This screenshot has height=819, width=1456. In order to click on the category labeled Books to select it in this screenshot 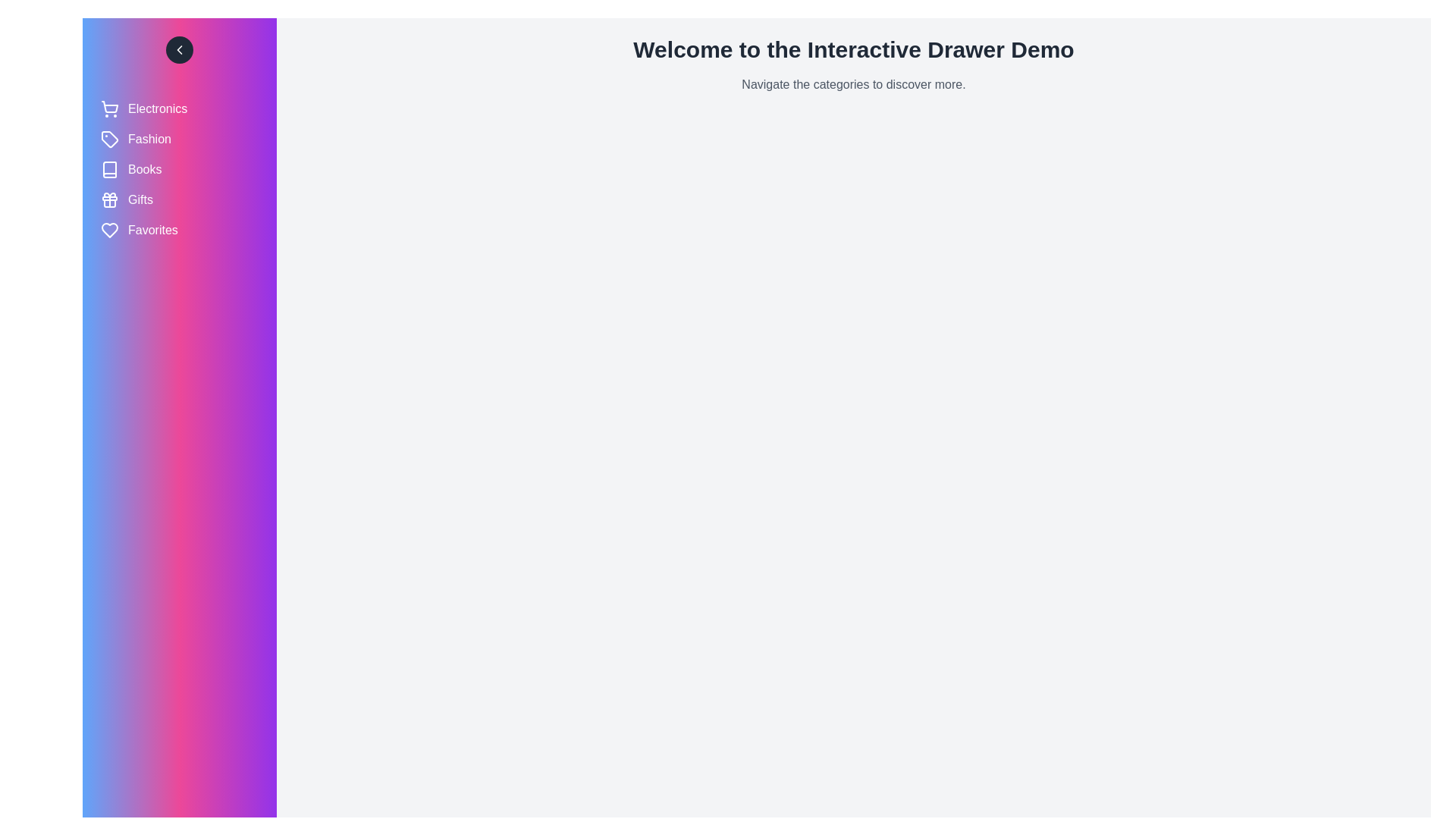, I will do `click(179, 169)`.